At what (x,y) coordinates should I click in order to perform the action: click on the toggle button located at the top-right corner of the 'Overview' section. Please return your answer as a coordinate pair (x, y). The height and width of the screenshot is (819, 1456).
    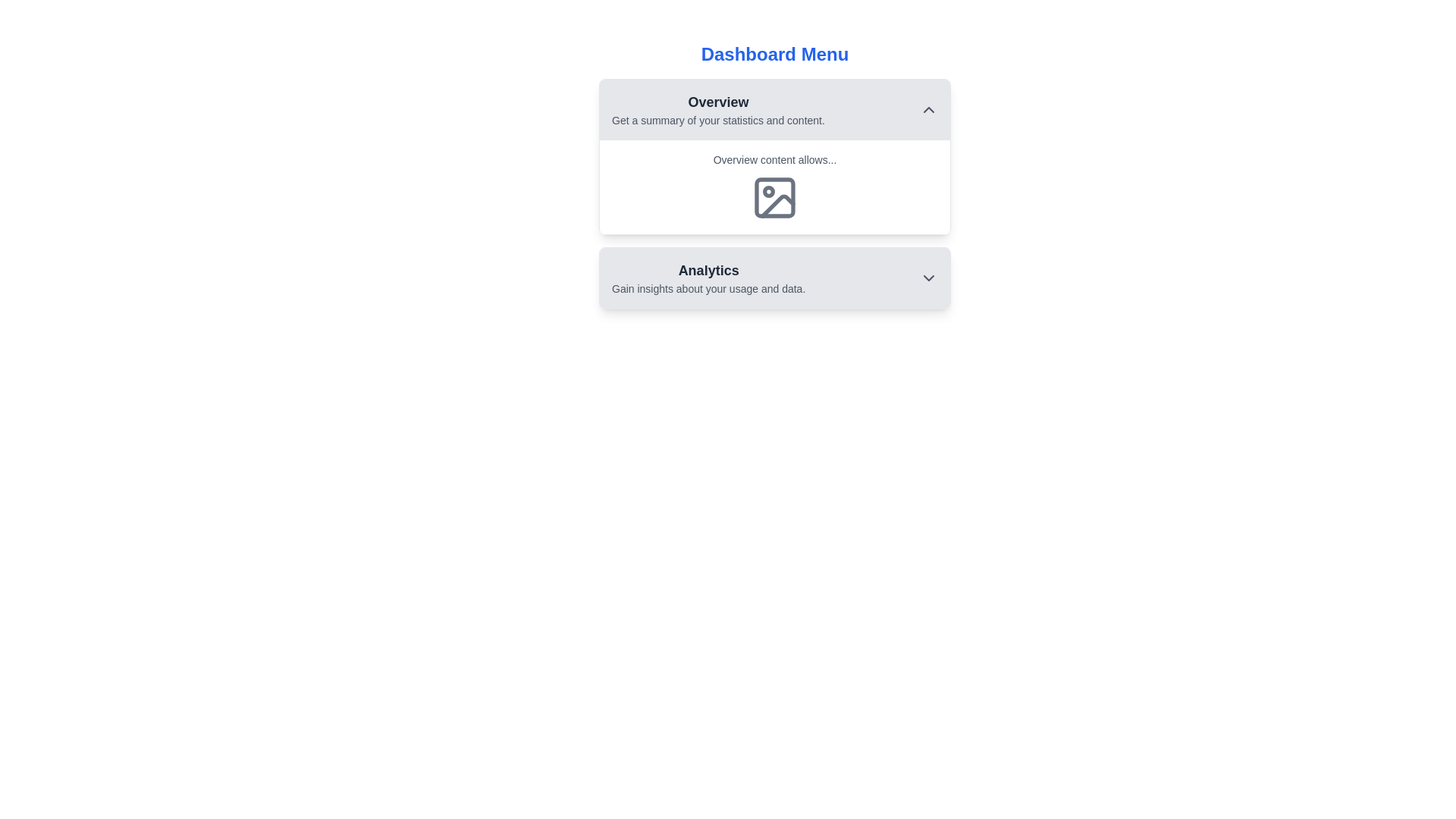
    Looking at the image, I should click on (927, 109).